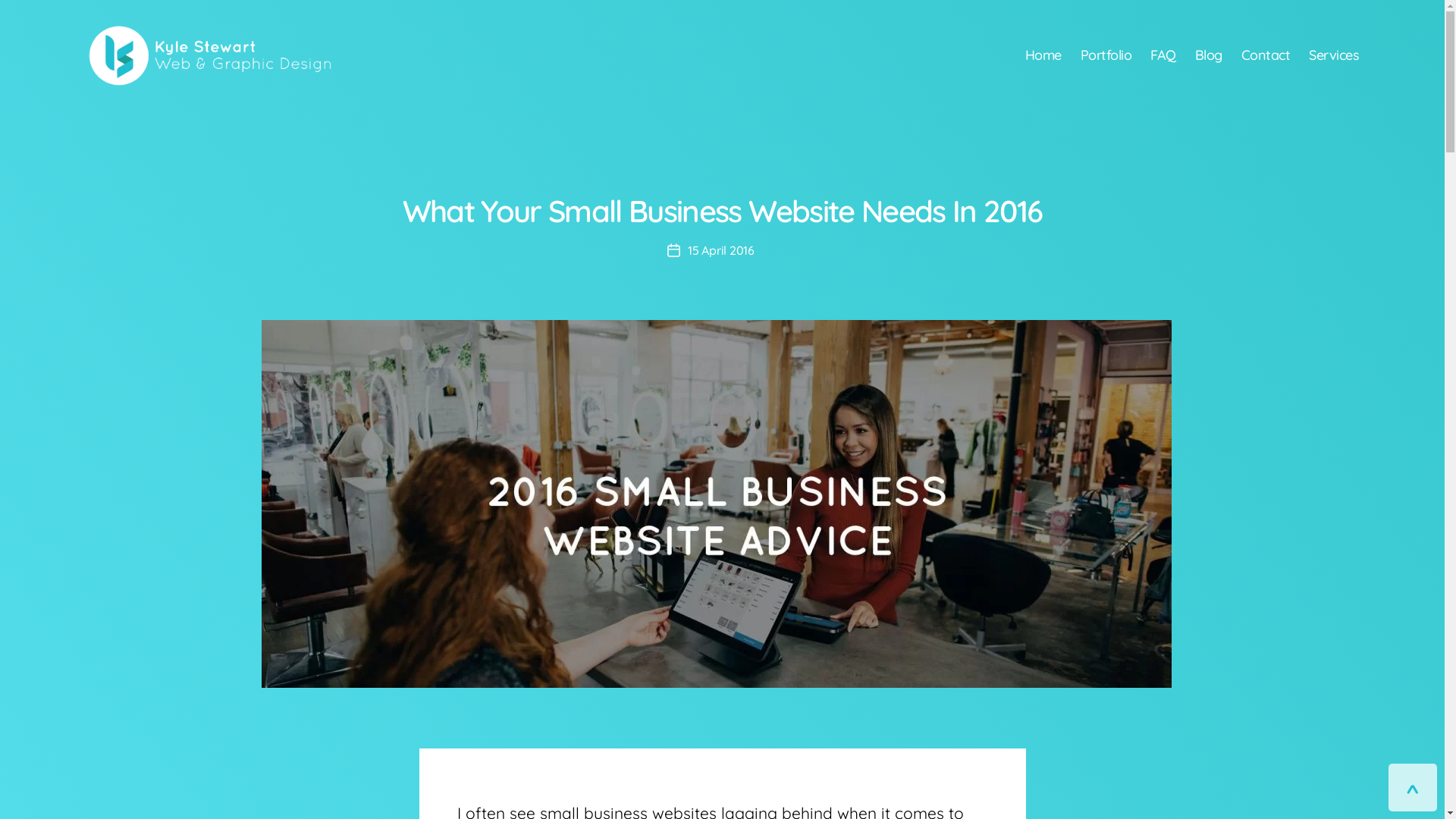 The width and height of the screenshot is (1456, 819). I want to click on 'Home', so click(1043, 55).